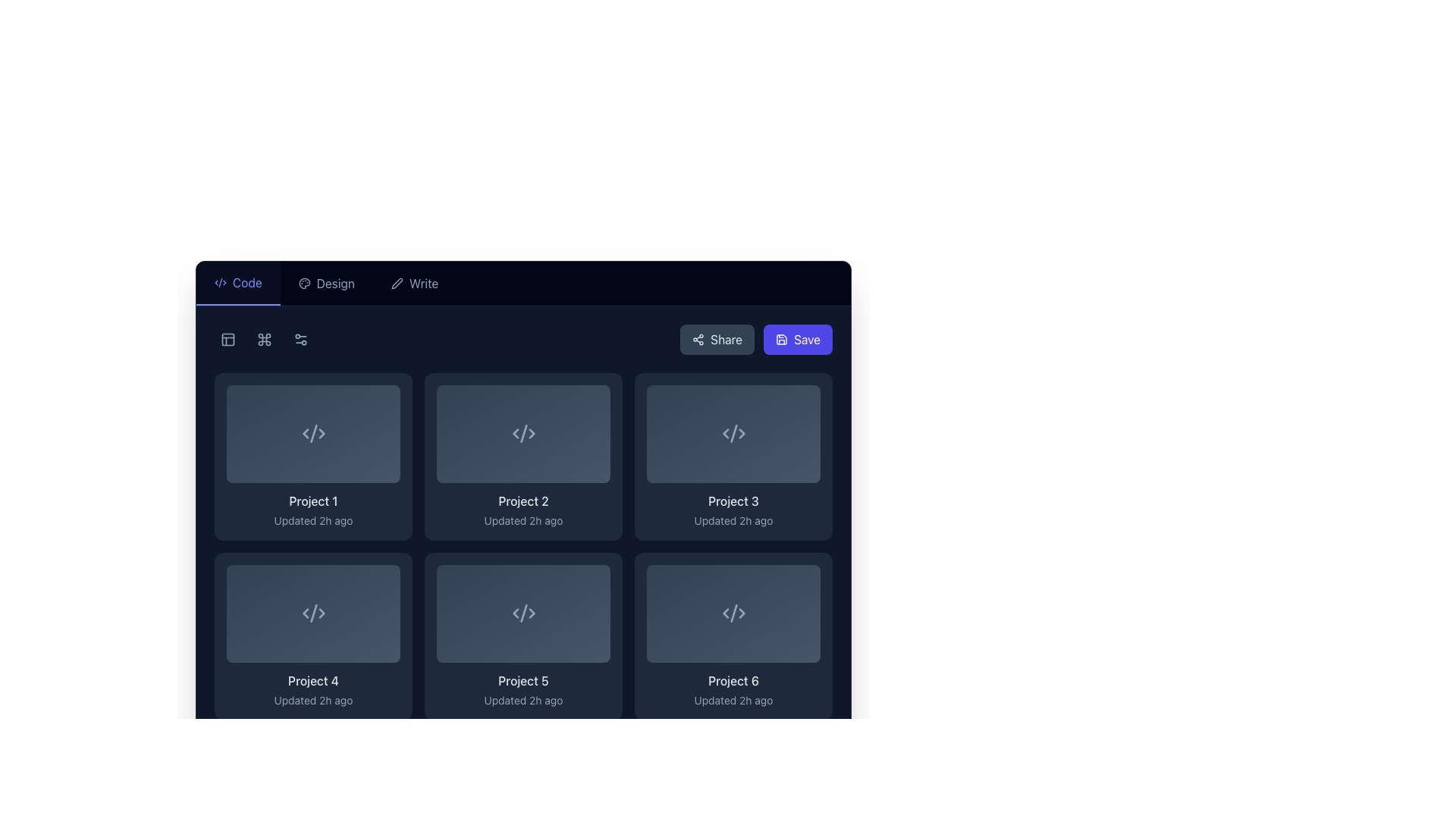 The image size is (1456, 819). Describe the element at coordinates (312, 500) in the screenshot. I see `the first text label in the first card in the grid, positioned at the top left of the card grid section` at that location.